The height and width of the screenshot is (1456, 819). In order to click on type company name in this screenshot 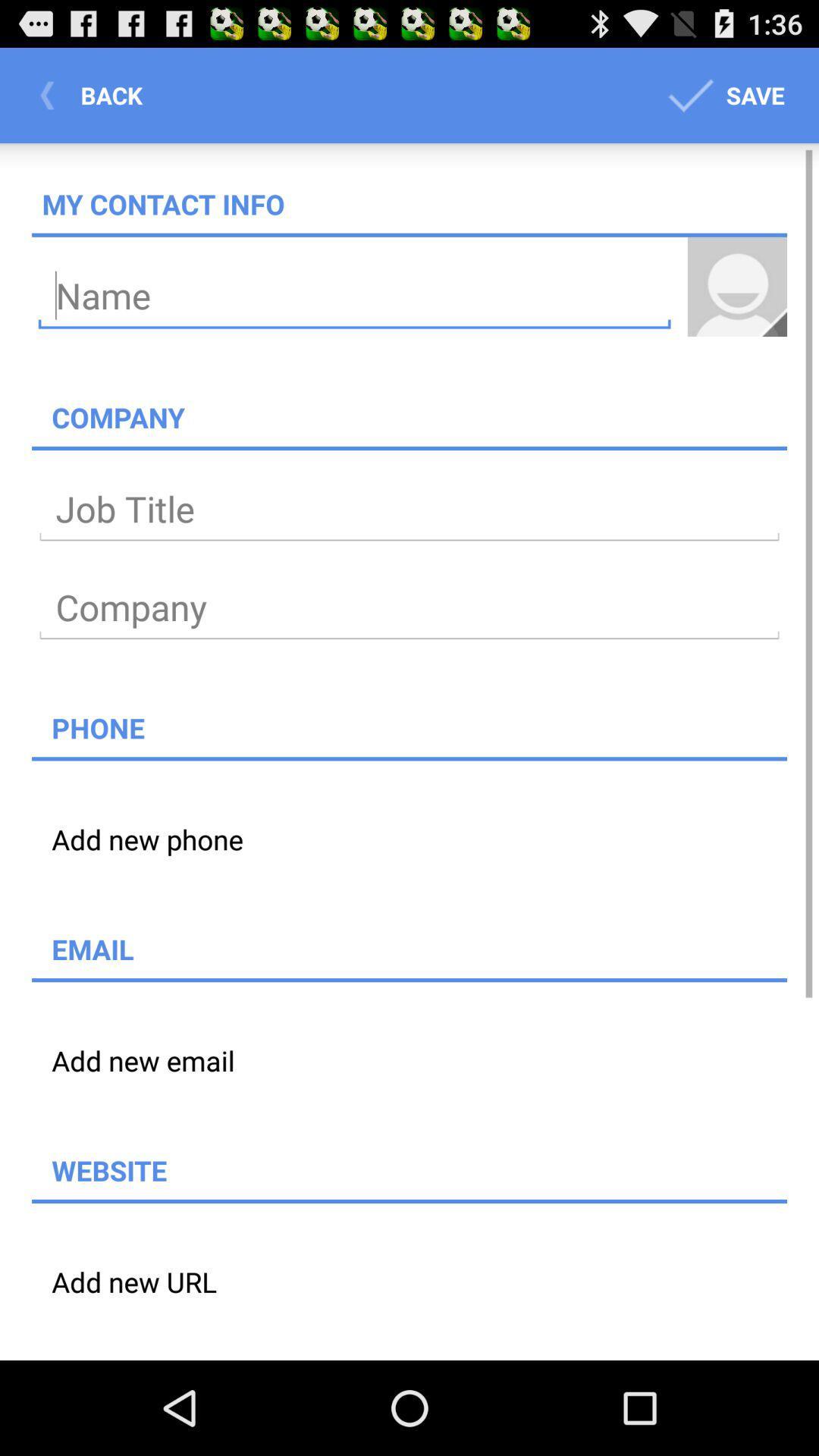, I will do `click(409, 607)`.